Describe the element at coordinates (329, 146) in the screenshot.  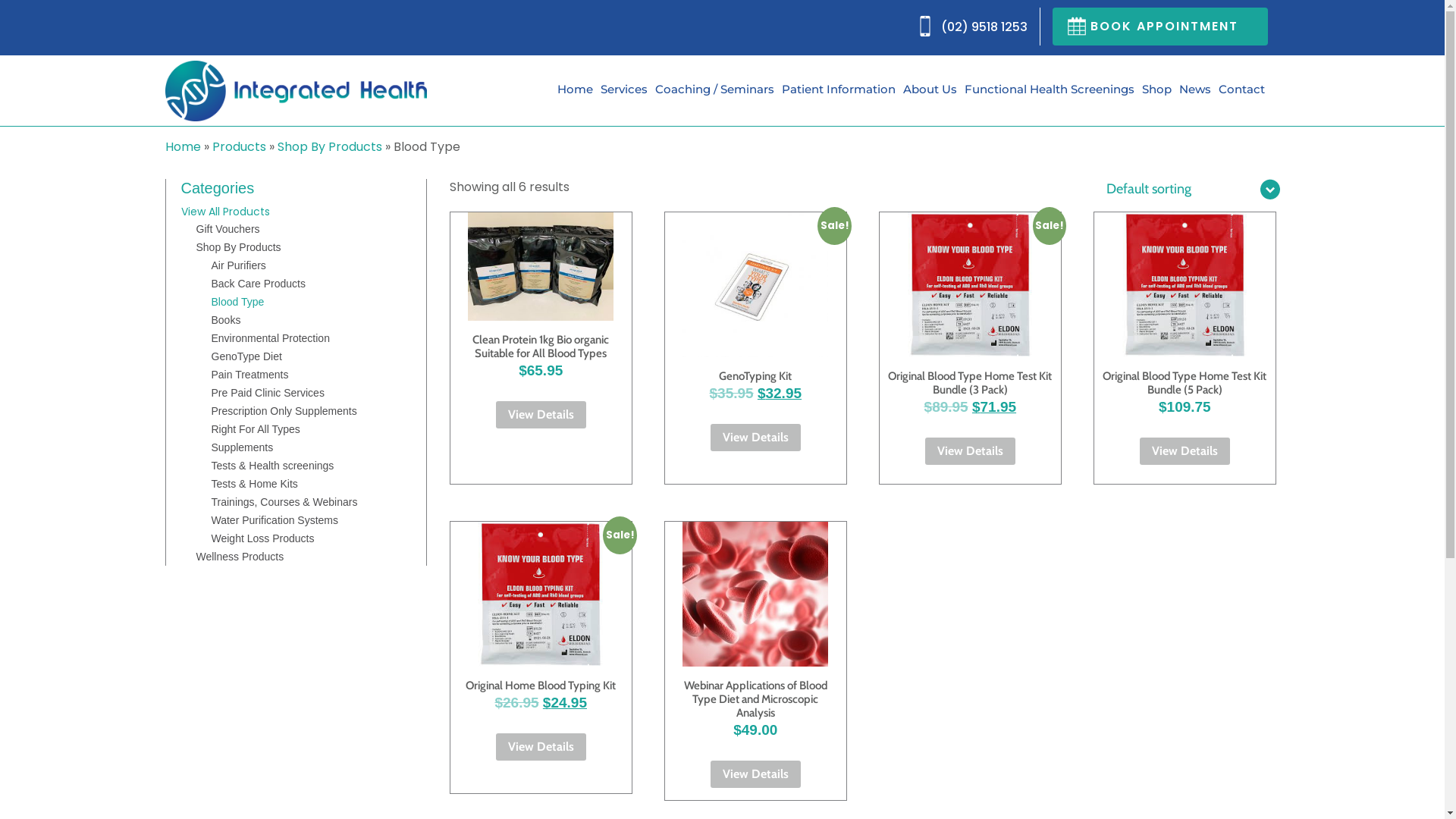
I see `'Shop By Products'` at that location.